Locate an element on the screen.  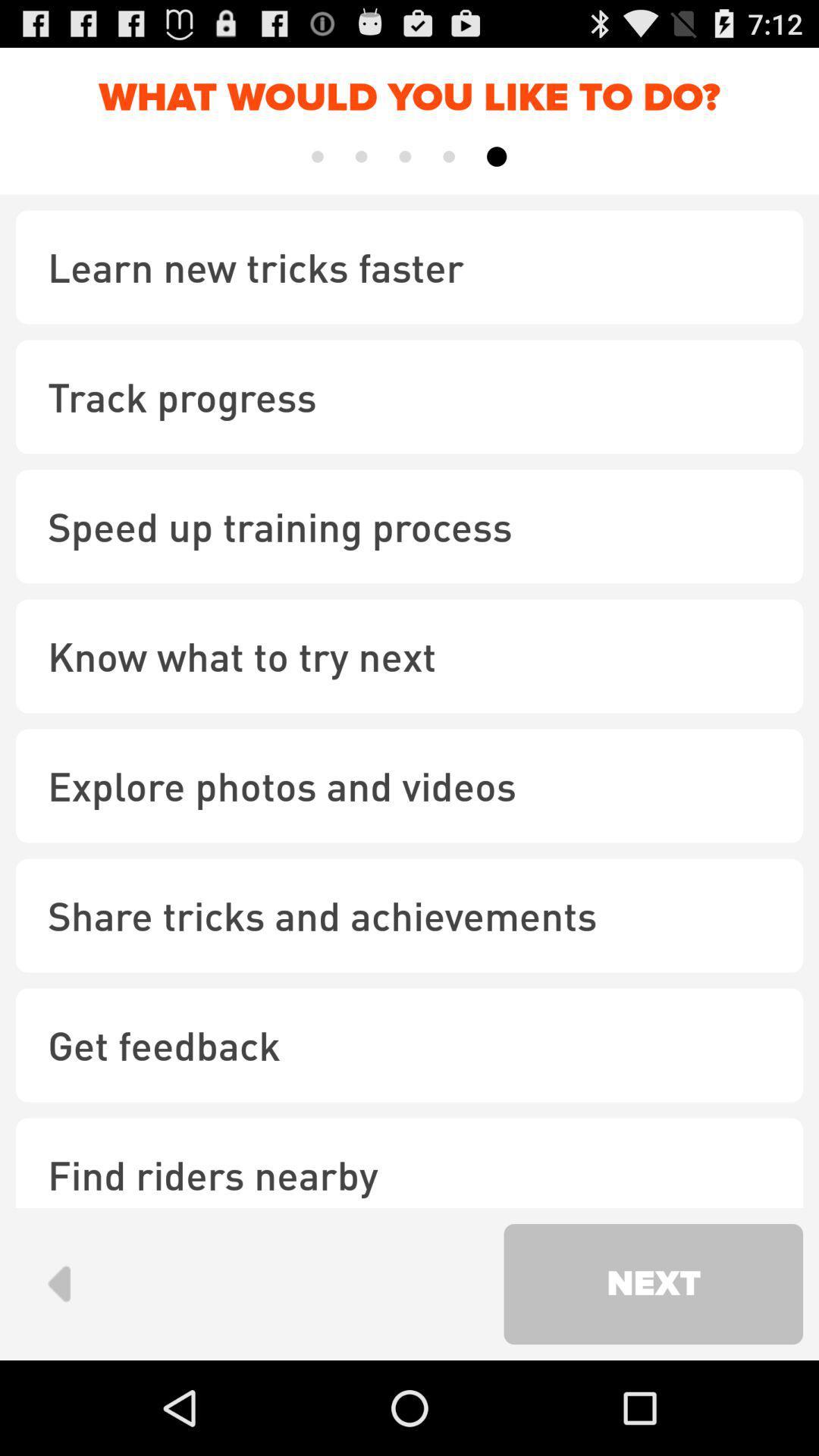
the icon next to the next is located at coordinates (58, 1283).